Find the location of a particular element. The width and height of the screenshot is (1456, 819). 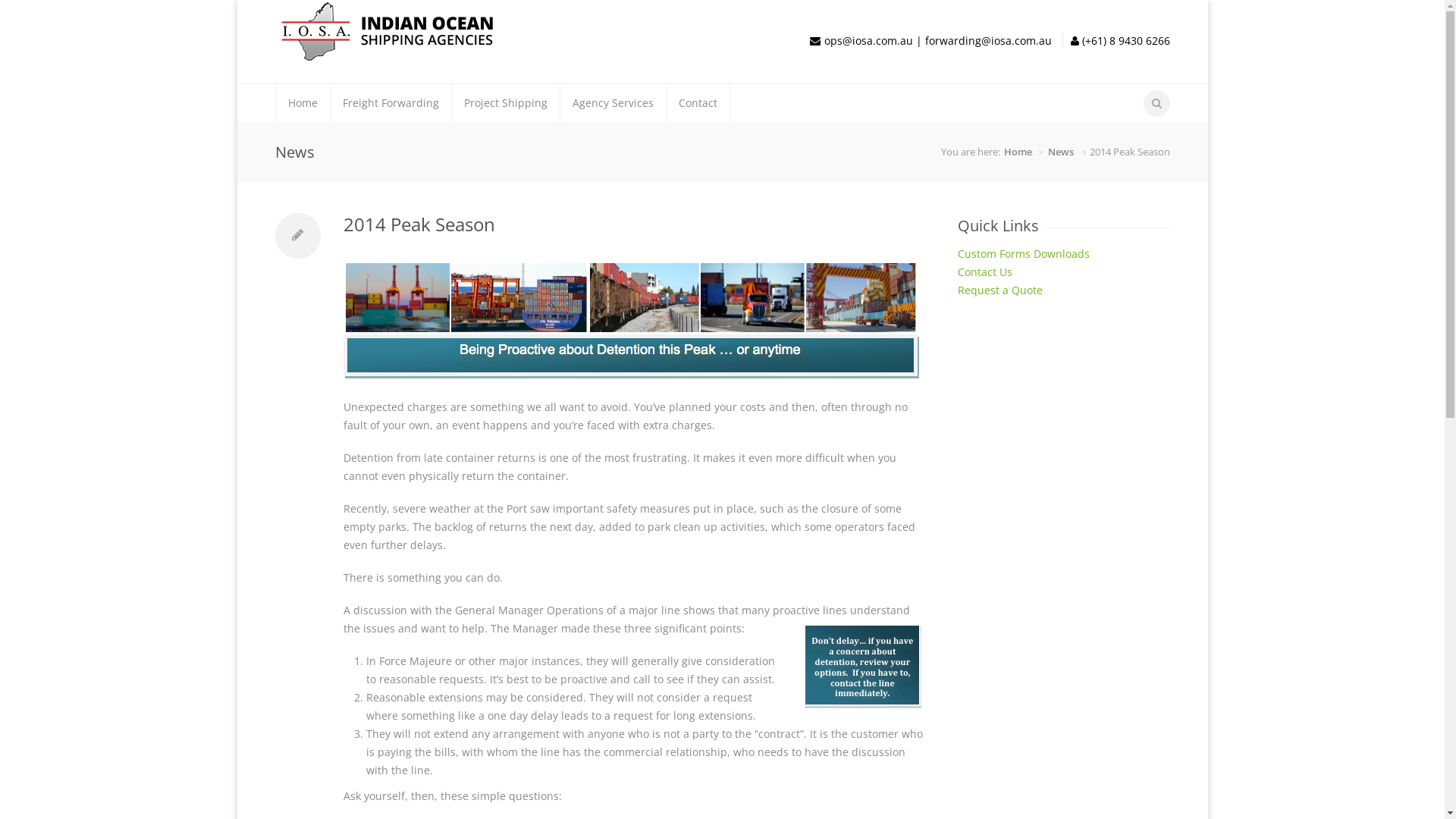

'Project Shipping' is located at coordinates (506, 102).